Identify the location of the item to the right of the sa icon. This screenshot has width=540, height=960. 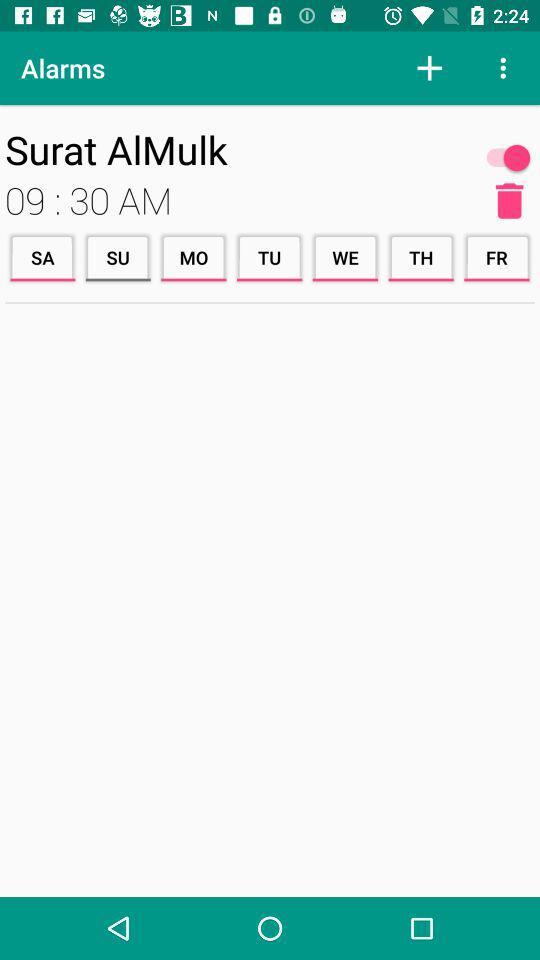
(118, 256).